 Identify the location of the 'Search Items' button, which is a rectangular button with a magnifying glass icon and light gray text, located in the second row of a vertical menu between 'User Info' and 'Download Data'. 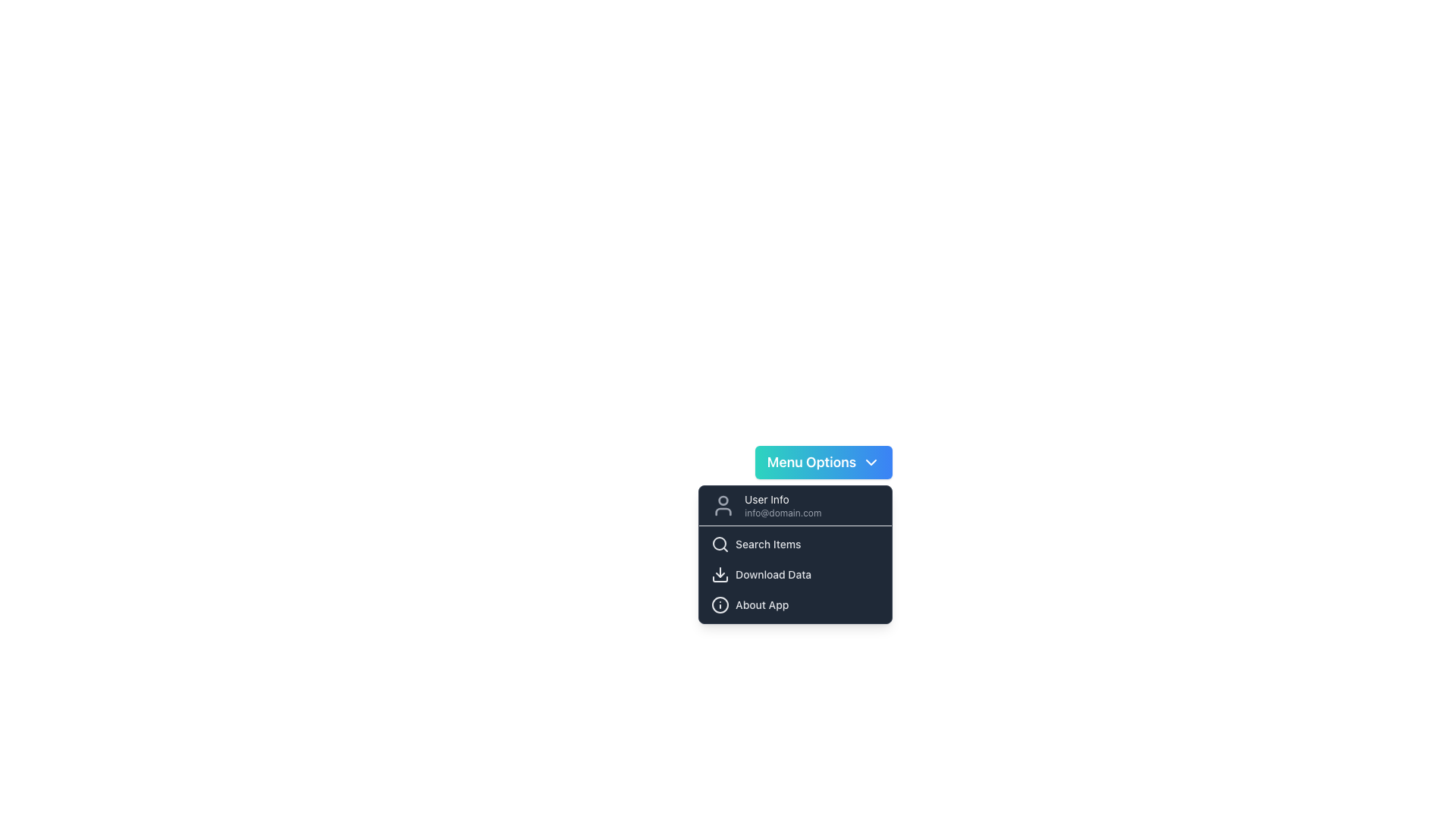
(795, 543).